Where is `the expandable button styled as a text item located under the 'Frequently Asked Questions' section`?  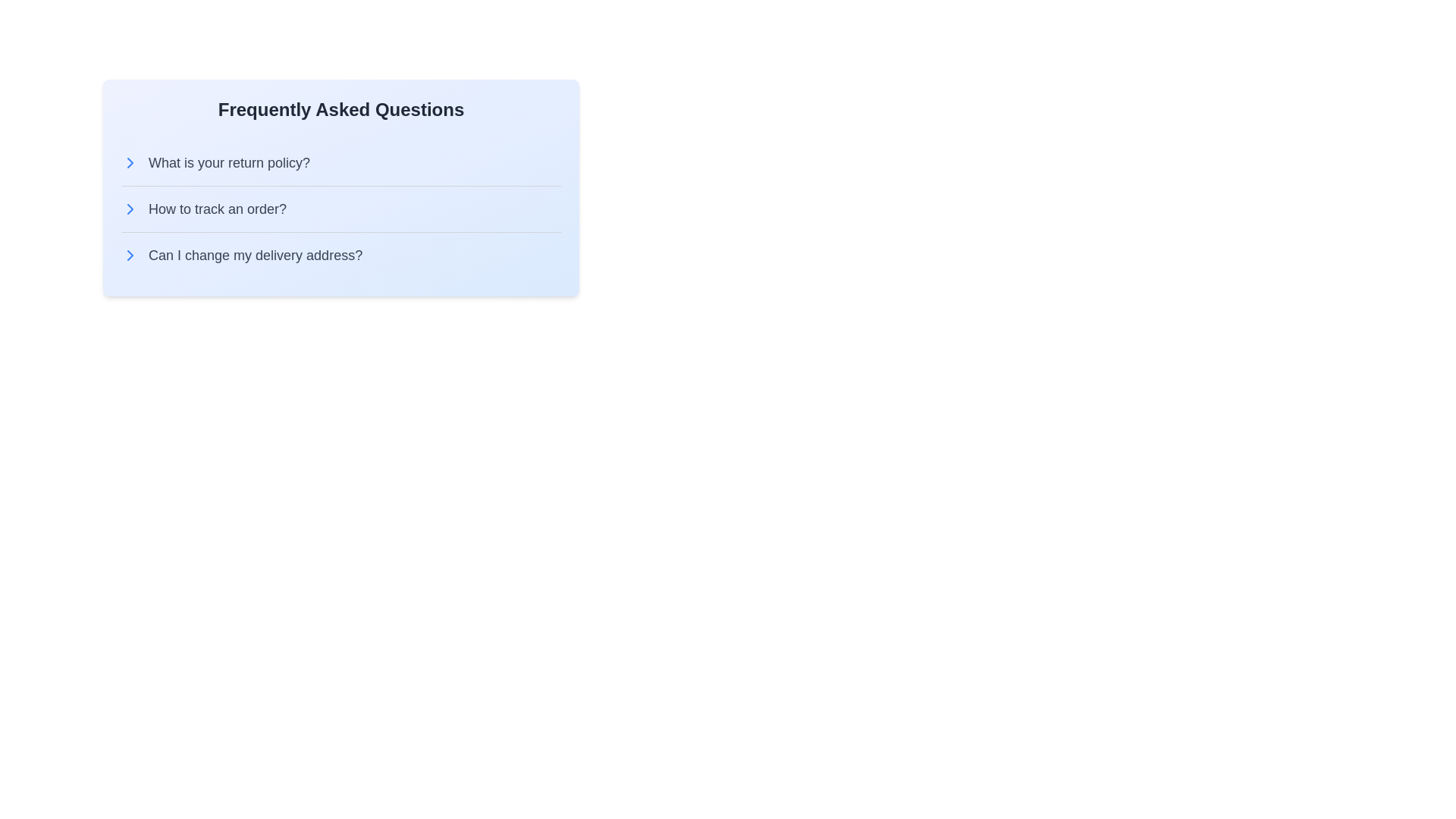
the expandable button styled as a text item located under the 'Frequently Asked Questions' section is located at coordinates (340, 254).